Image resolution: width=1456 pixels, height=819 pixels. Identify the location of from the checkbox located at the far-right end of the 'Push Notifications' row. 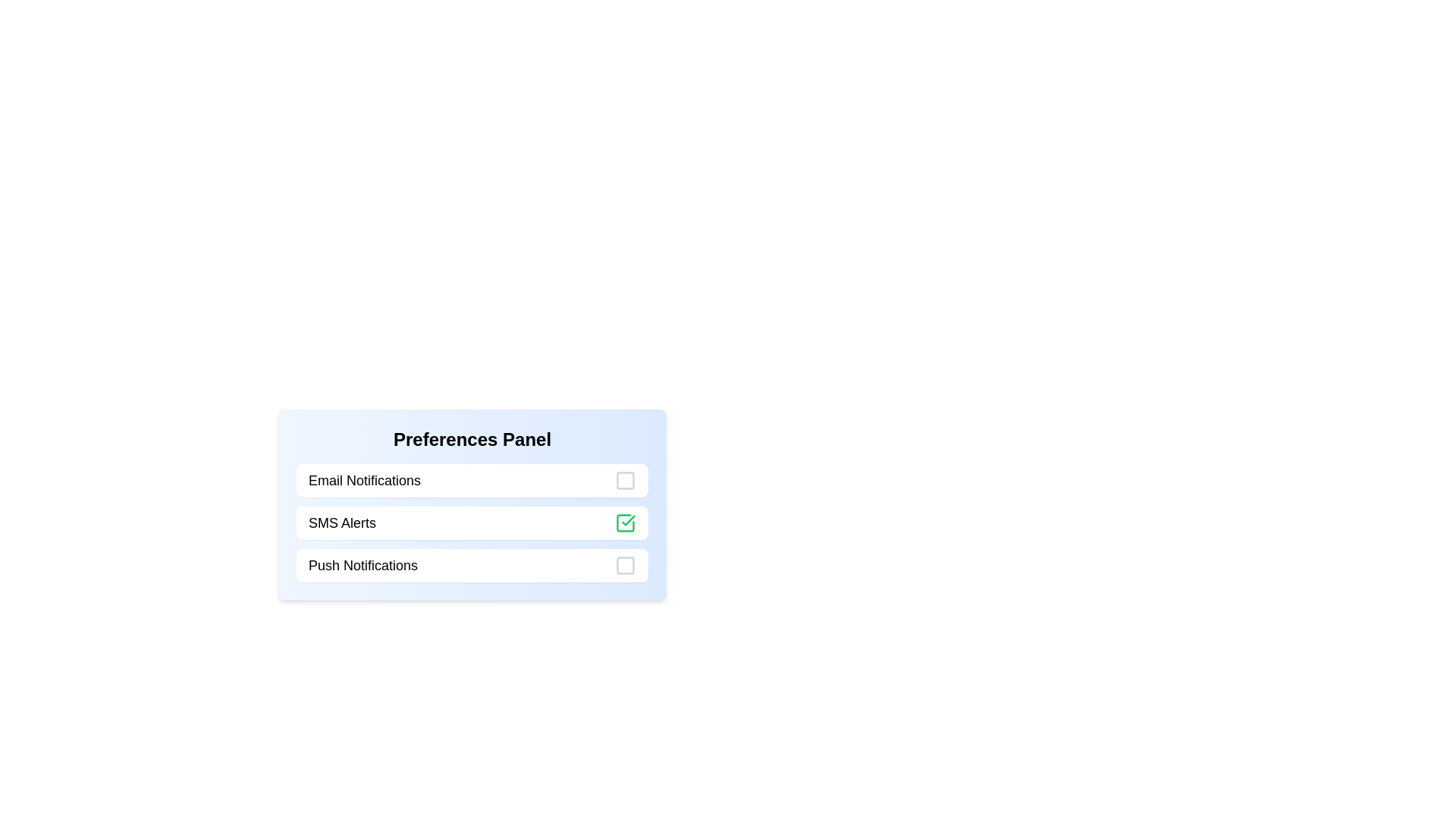
(626, 565).